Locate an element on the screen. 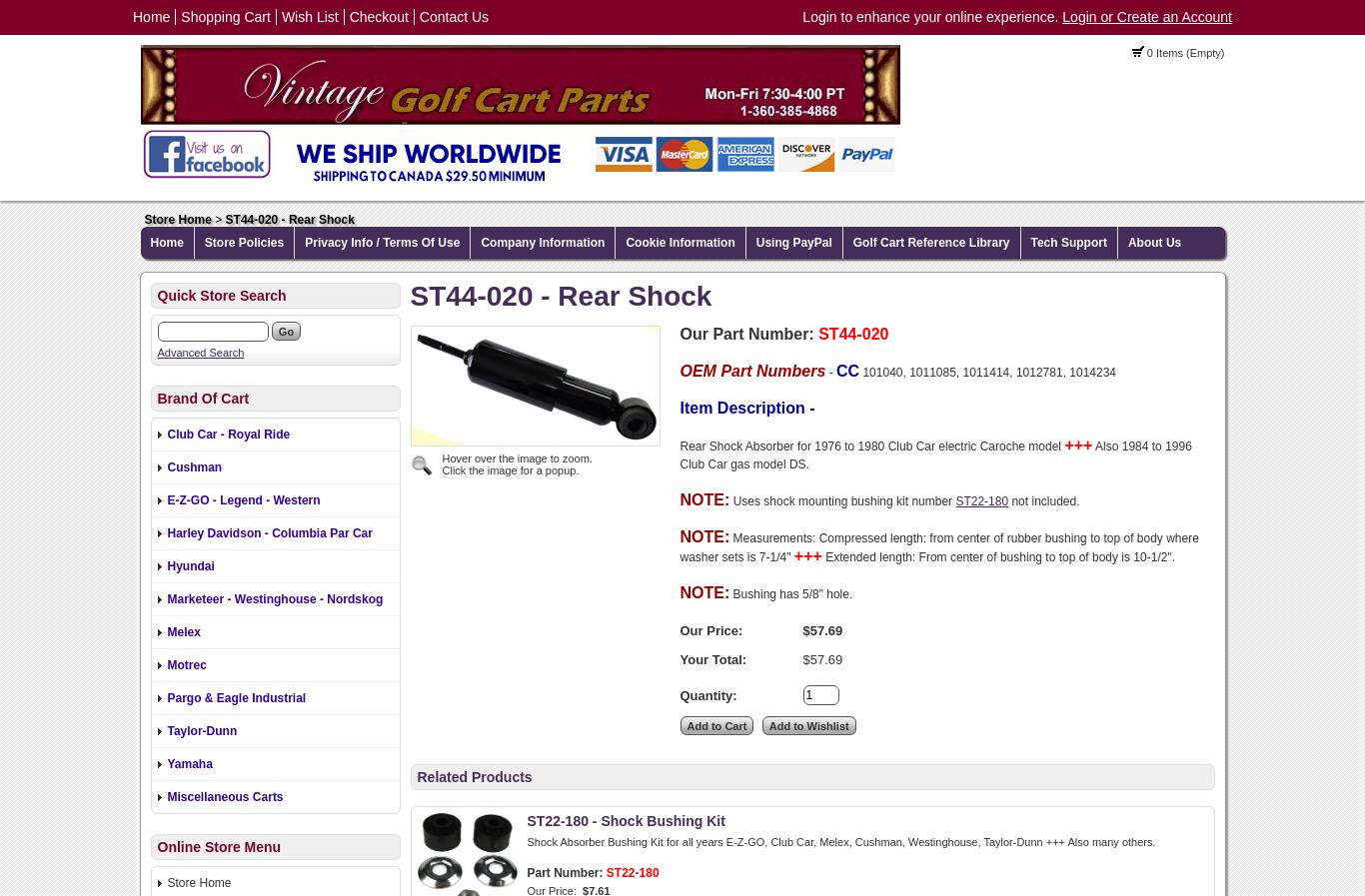 The image size is (1365, 896). 'Yamaha' is located at coordinates (188, 763).